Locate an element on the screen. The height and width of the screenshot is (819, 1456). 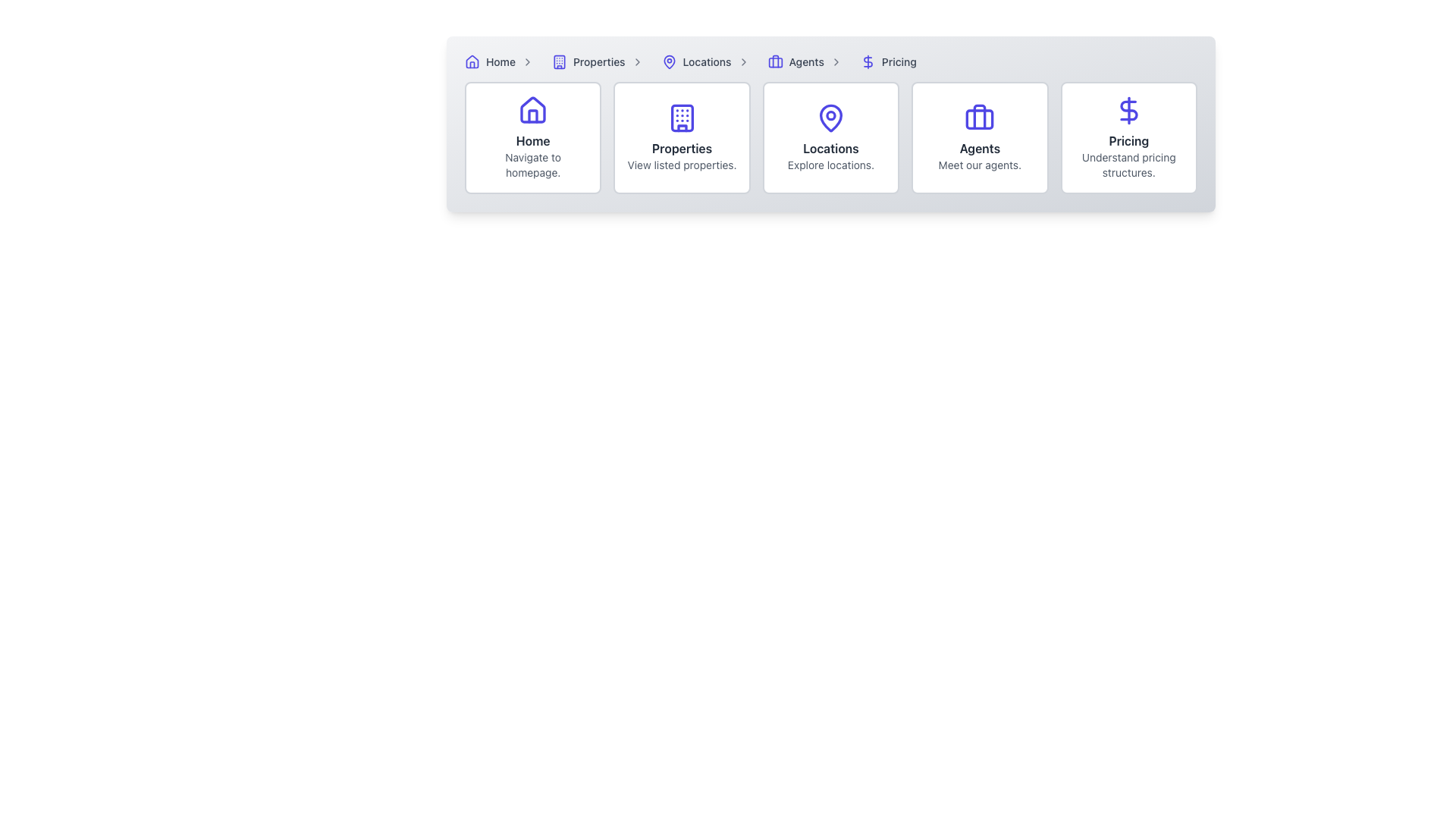
the directional indicator icon located immediately to the right of the 'Locations' text in the breadcrumb navigation sequence is located at coordinates (743, 61).